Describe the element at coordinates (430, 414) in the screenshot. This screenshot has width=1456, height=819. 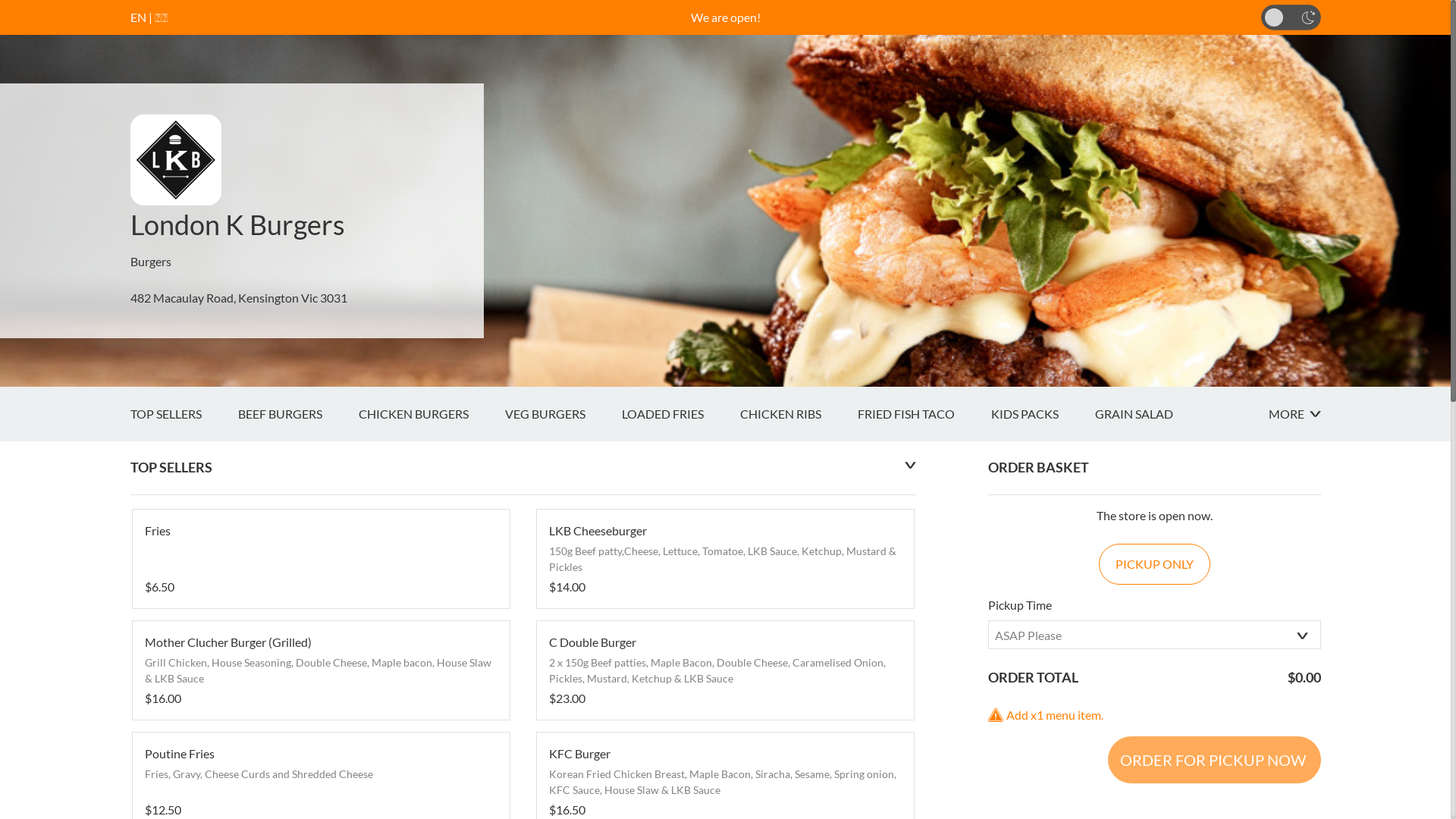
I see `'CHICKEN BURGERS'` at that location.